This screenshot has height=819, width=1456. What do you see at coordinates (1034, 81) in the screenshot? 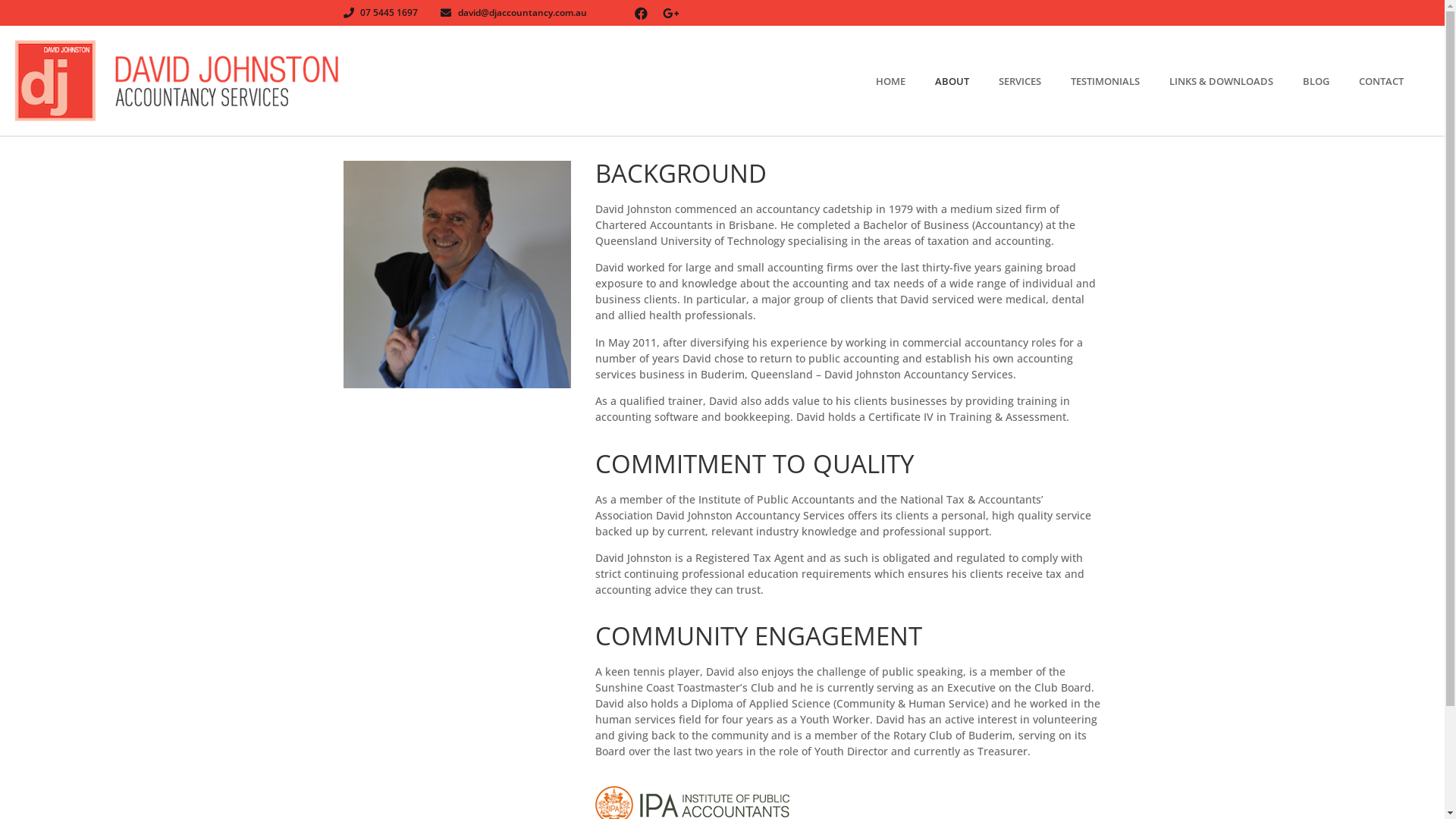
I see `'SERVICES'` at bounding box center [1034, 81].